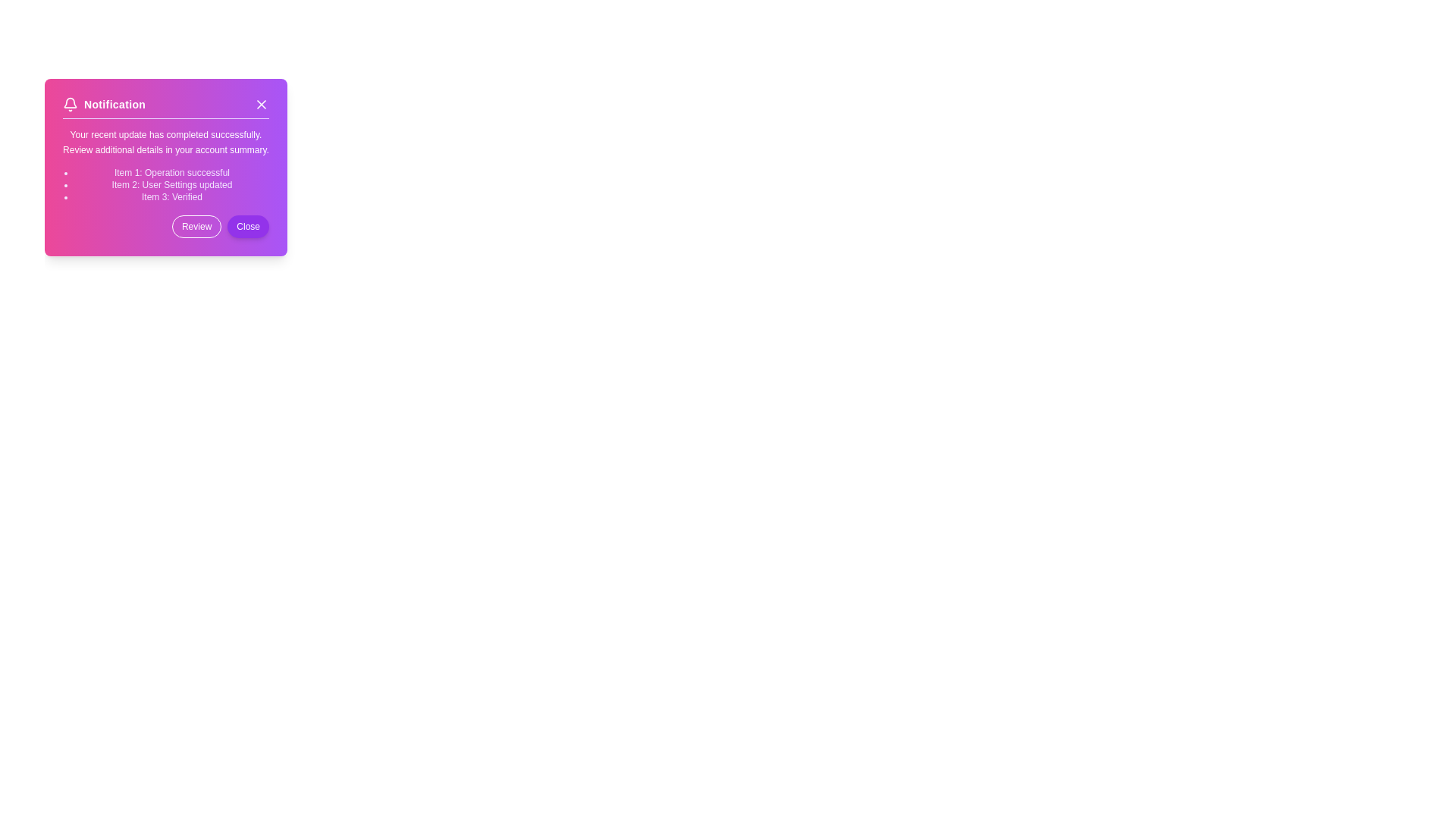 The width and height of the screenshot is (1456, 819). I want to click on the third text line in the notification card that indicates the status message, positioned between 'Item 2: User Settings updated' and the action buttons, so click(171, 196).